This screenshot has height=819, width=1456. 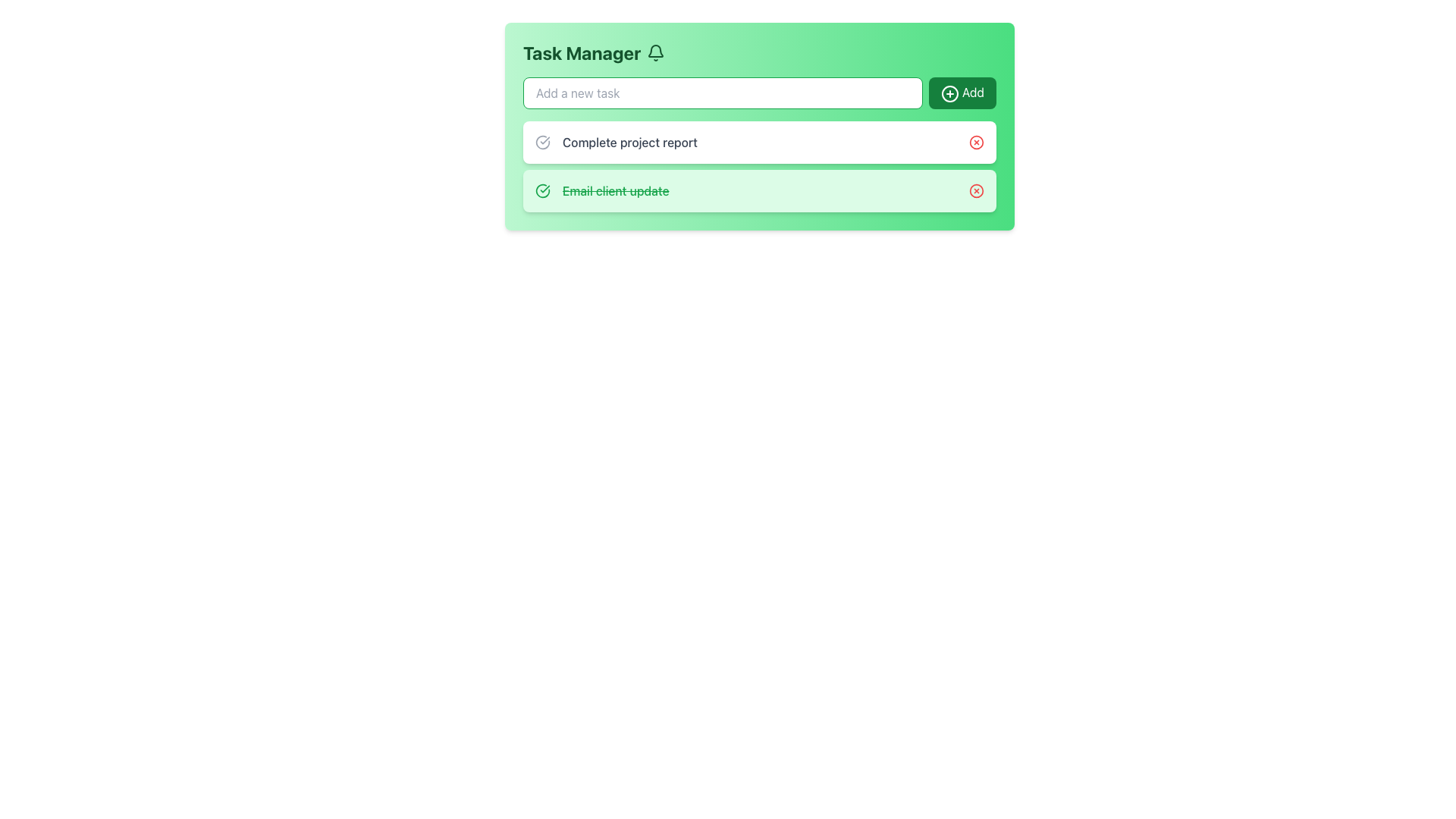 I want to click on text from the text label displaying 'Email client update', which is styled with a green color and has a line-through indicating it is marked as completed, so click(x=616, y=190).